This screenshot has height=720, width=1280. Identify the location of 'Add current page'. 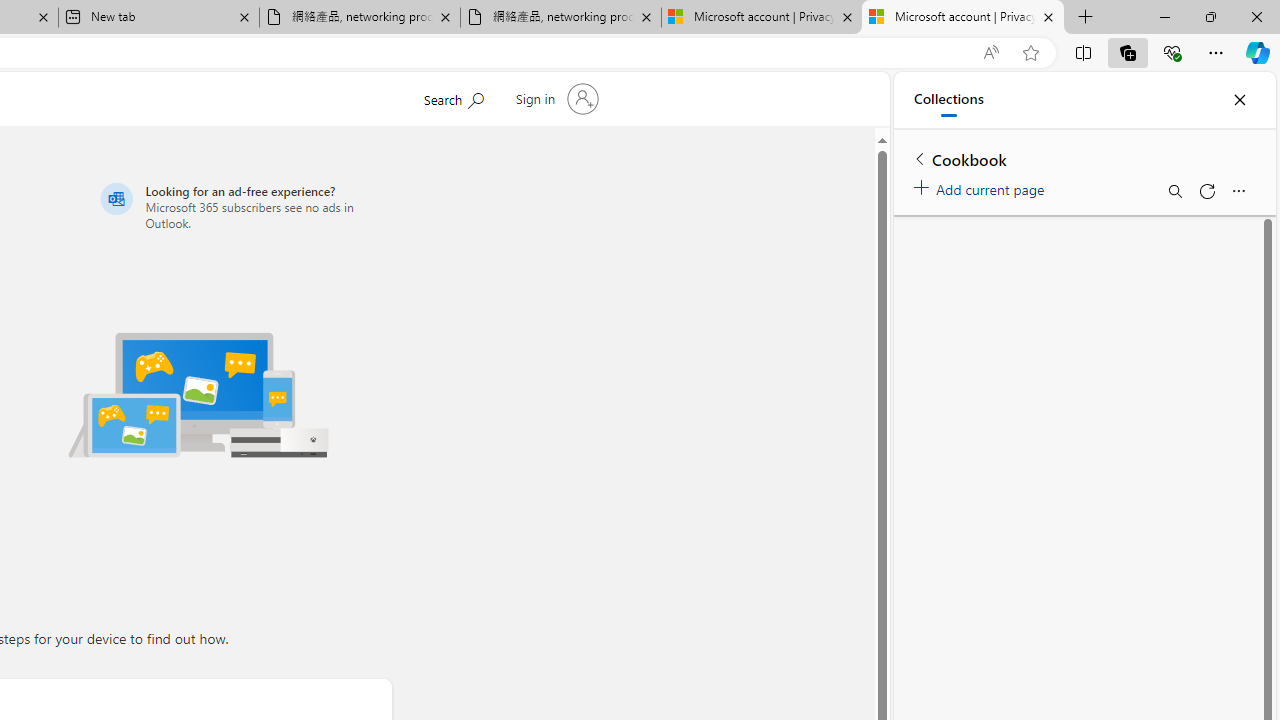
(983, 186).